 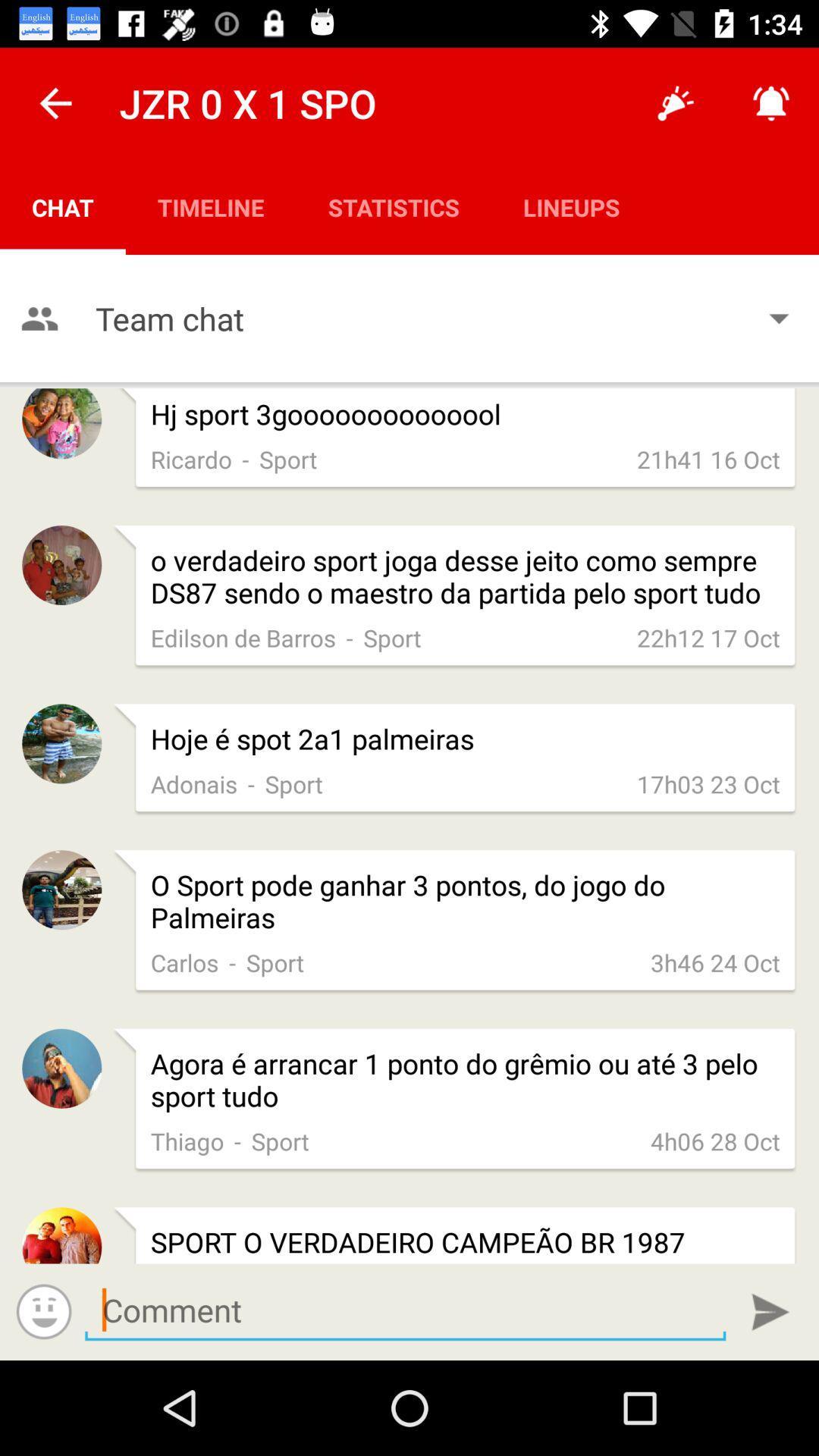 What do you see at coordinates (55, 102) in the screenshot?
I see `the app to the left of the jzr 0 x item` at bounding box center [55, 102].